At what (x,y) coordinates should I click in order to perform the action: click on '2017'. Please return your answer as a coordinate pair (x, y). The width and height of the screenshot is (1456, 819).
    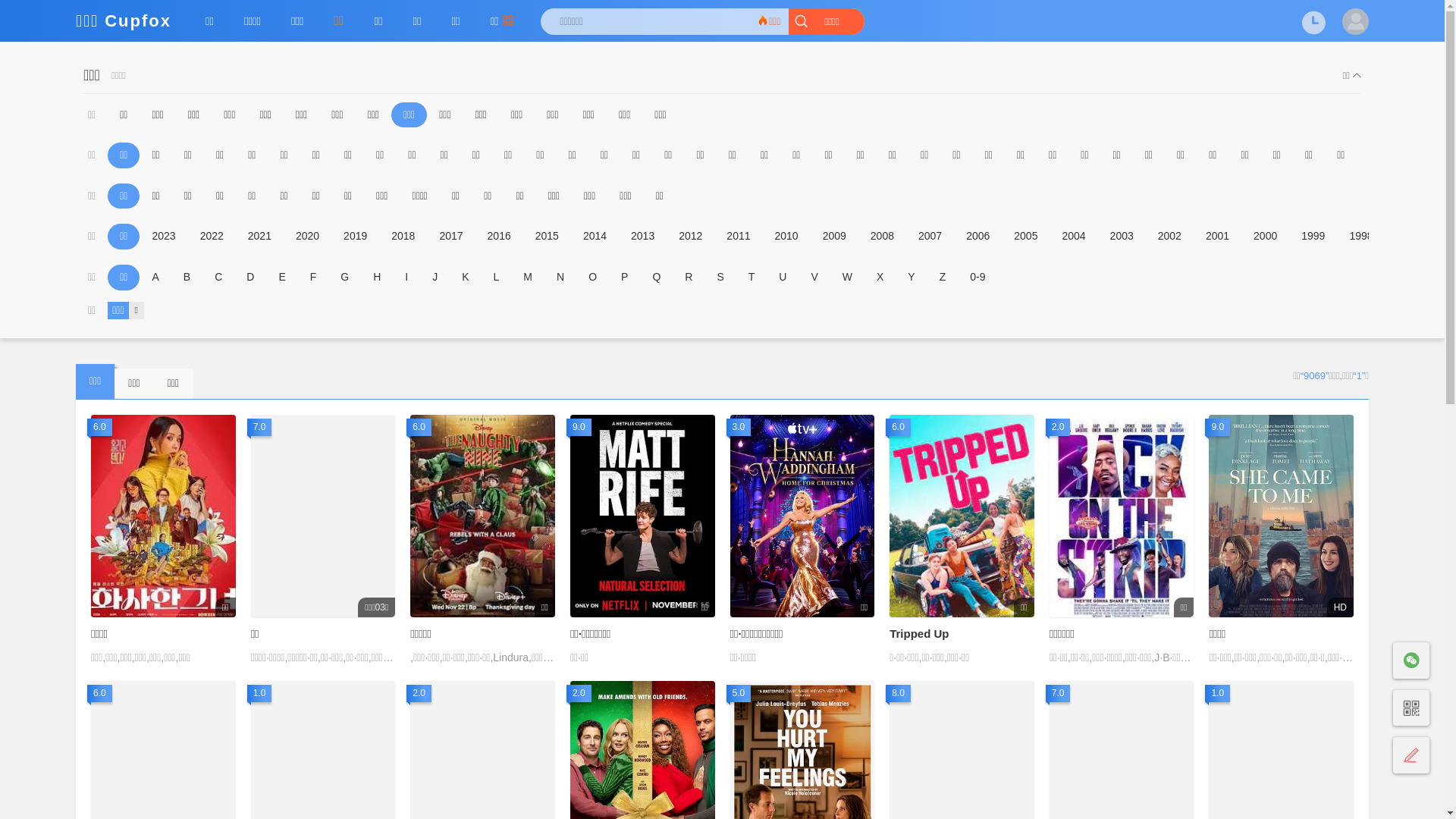
    Looking at the image, I should click on (425, 237).